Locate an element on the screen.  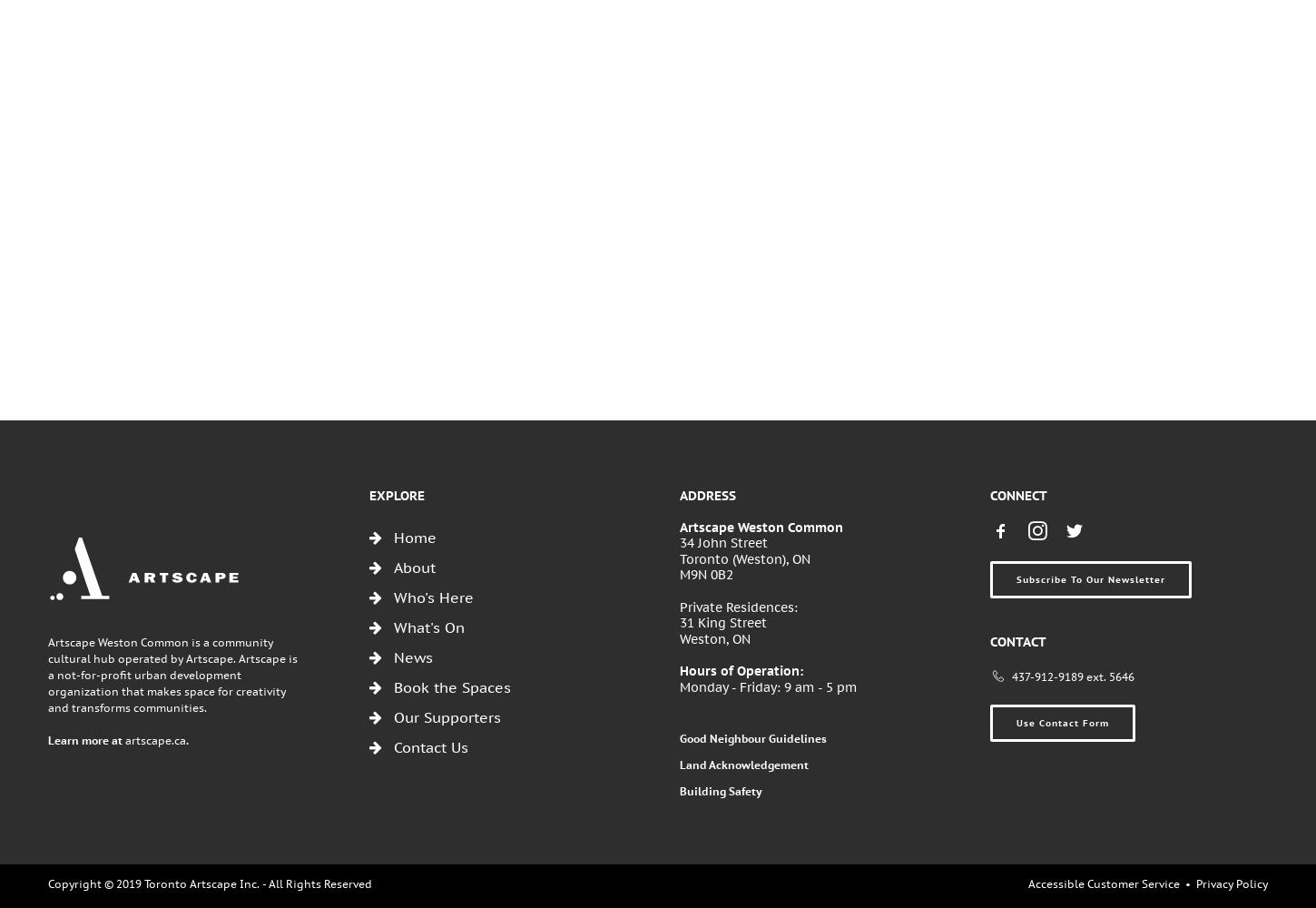
'News' is located at coordinates (411, 656).